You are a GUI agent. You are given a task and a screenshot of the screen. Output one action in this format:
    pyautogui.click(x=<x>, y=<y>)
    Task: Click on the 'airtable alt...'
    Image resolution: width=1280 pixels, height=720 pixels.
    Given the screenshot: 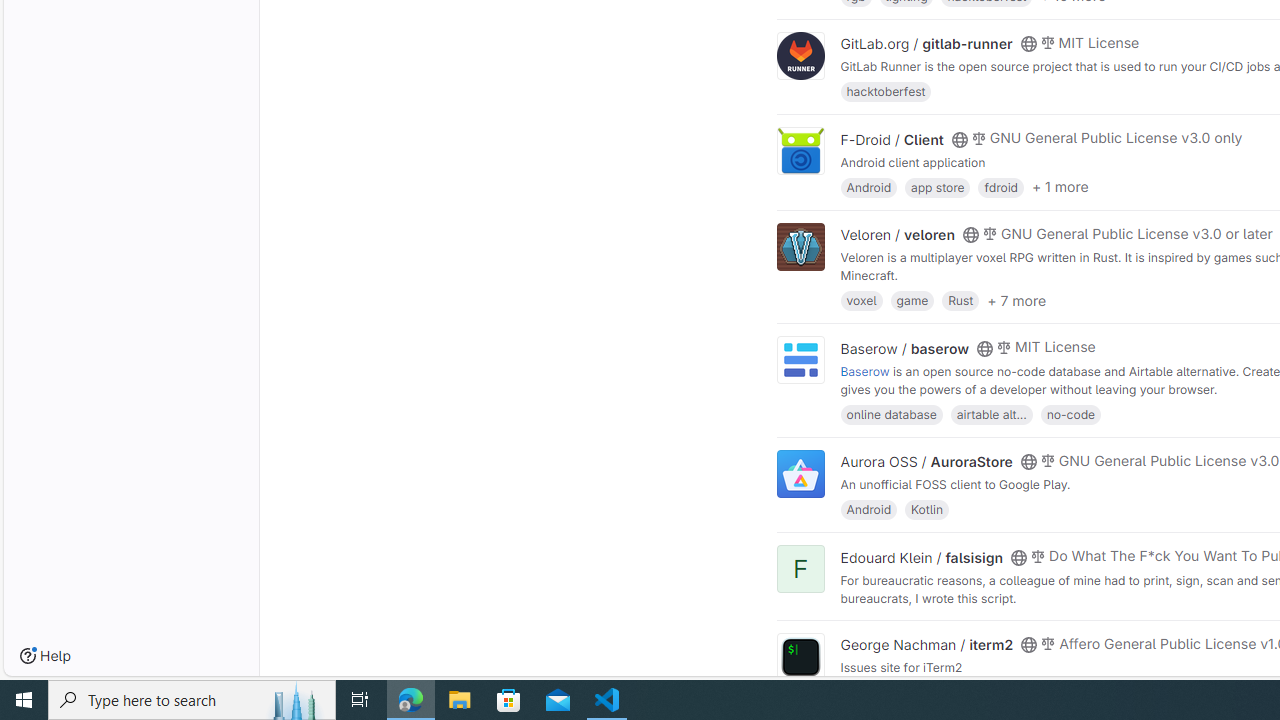 What is the action you would take?
    pyautogui.click(x=991, y=412)
    